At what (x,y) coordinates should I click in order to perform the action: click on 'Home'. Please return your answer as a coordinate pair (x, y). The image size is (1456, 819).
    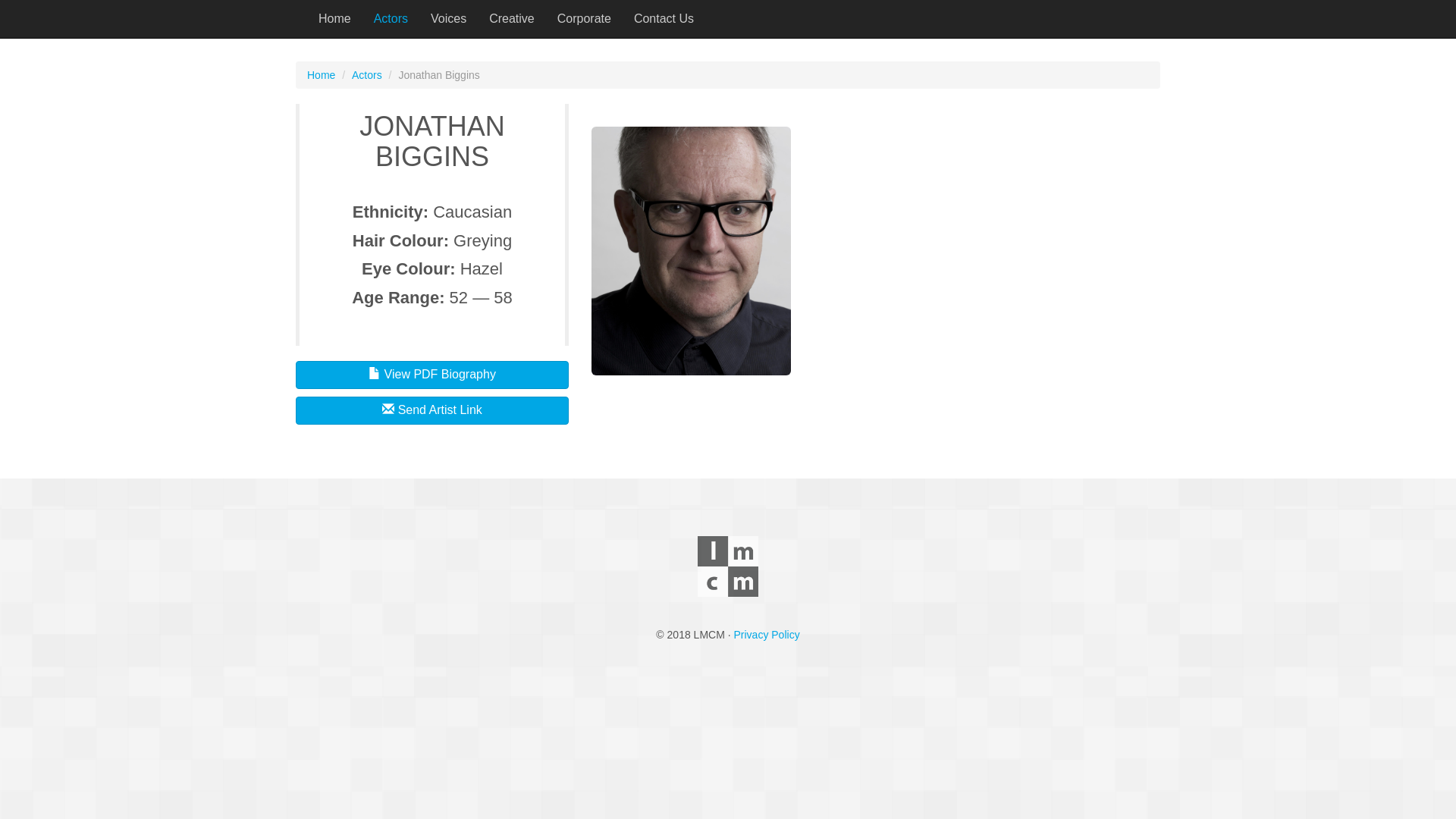
    Looking at the image, I should click on (306, 18).